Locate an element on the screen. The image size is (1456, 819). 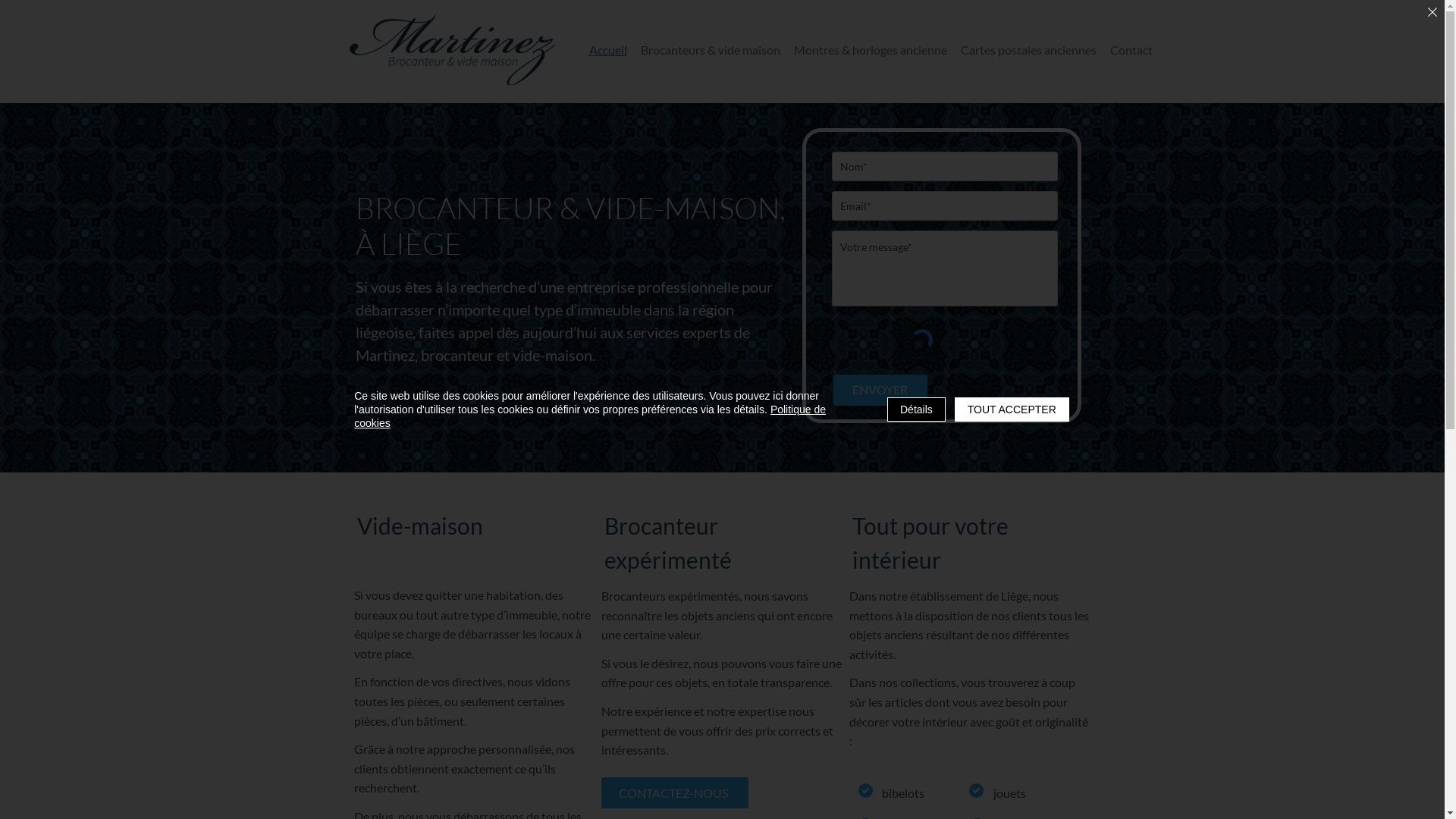
'ENVOYER' is located at coordinates (880, 389).